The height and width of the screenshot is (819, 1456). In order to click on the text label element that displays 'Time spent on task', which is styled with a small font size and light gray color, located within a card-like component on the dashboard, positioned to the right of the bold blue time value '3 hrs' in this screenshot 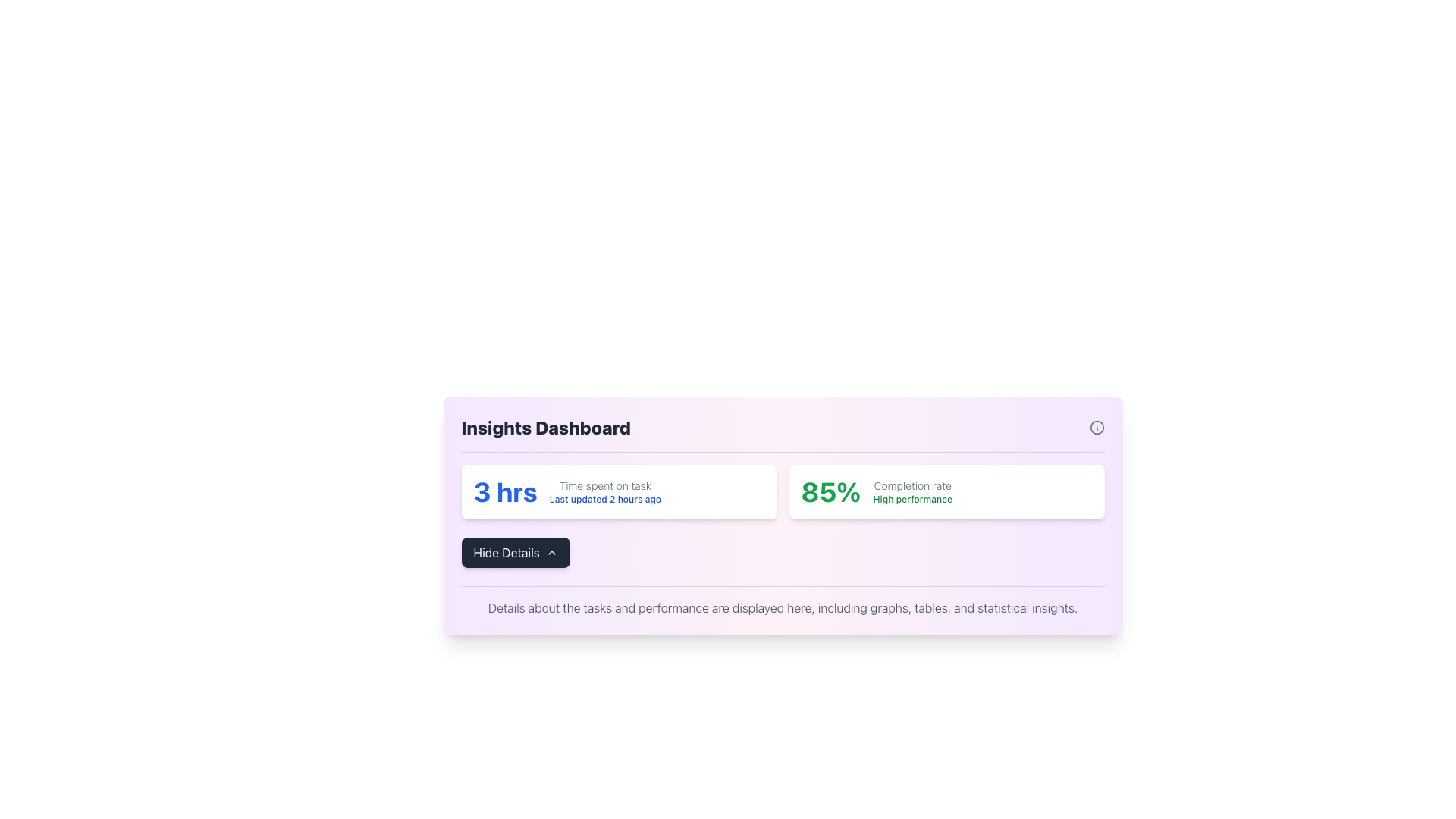, I will do `click(604, 485)`.